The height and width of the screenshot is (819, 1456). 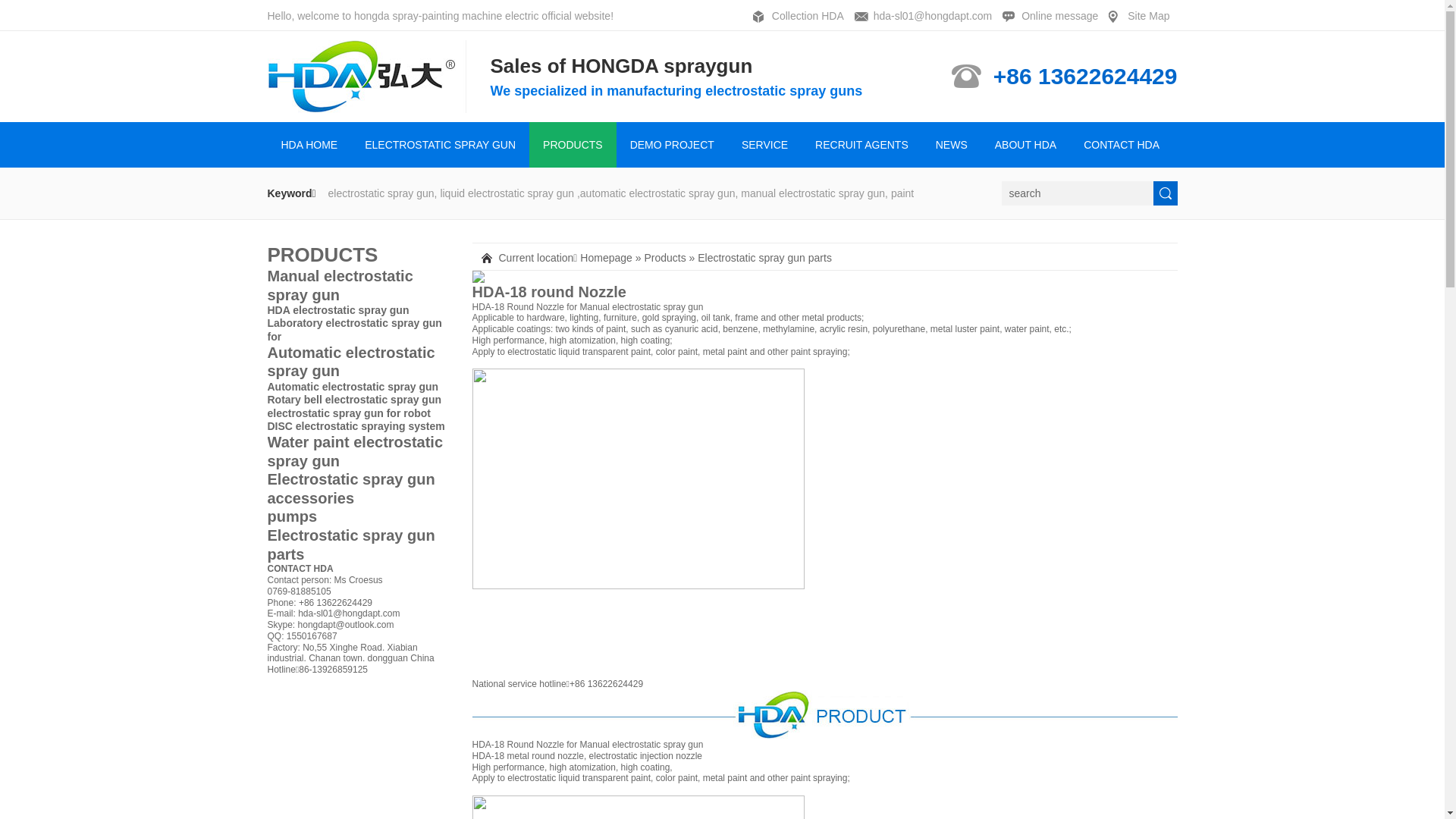 I want to click on 'ELECTROSTATIC SPRAY GUN', so click(x=439, y=145).